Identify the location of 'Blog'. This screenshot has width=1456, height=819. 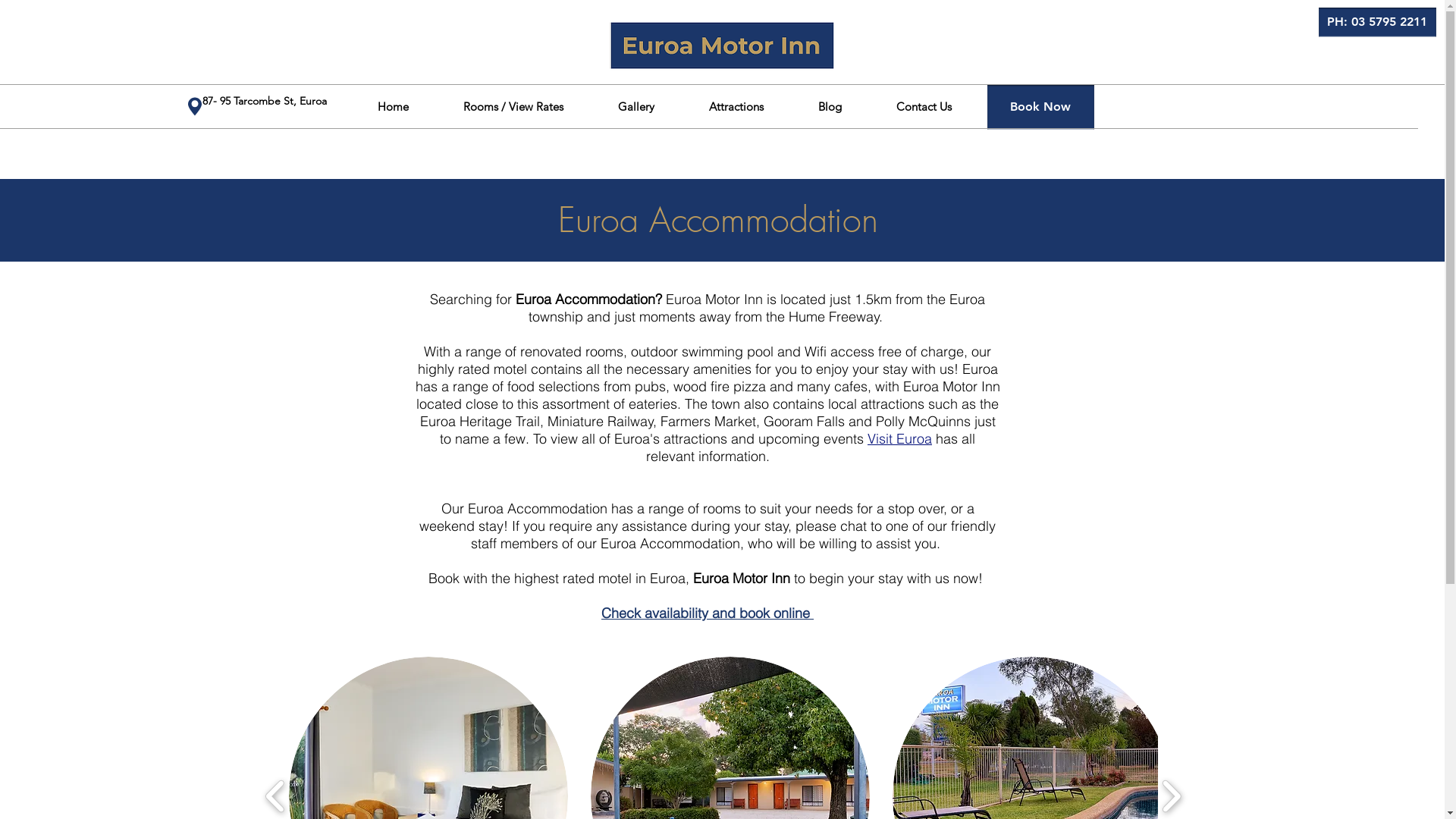
(789, 105).